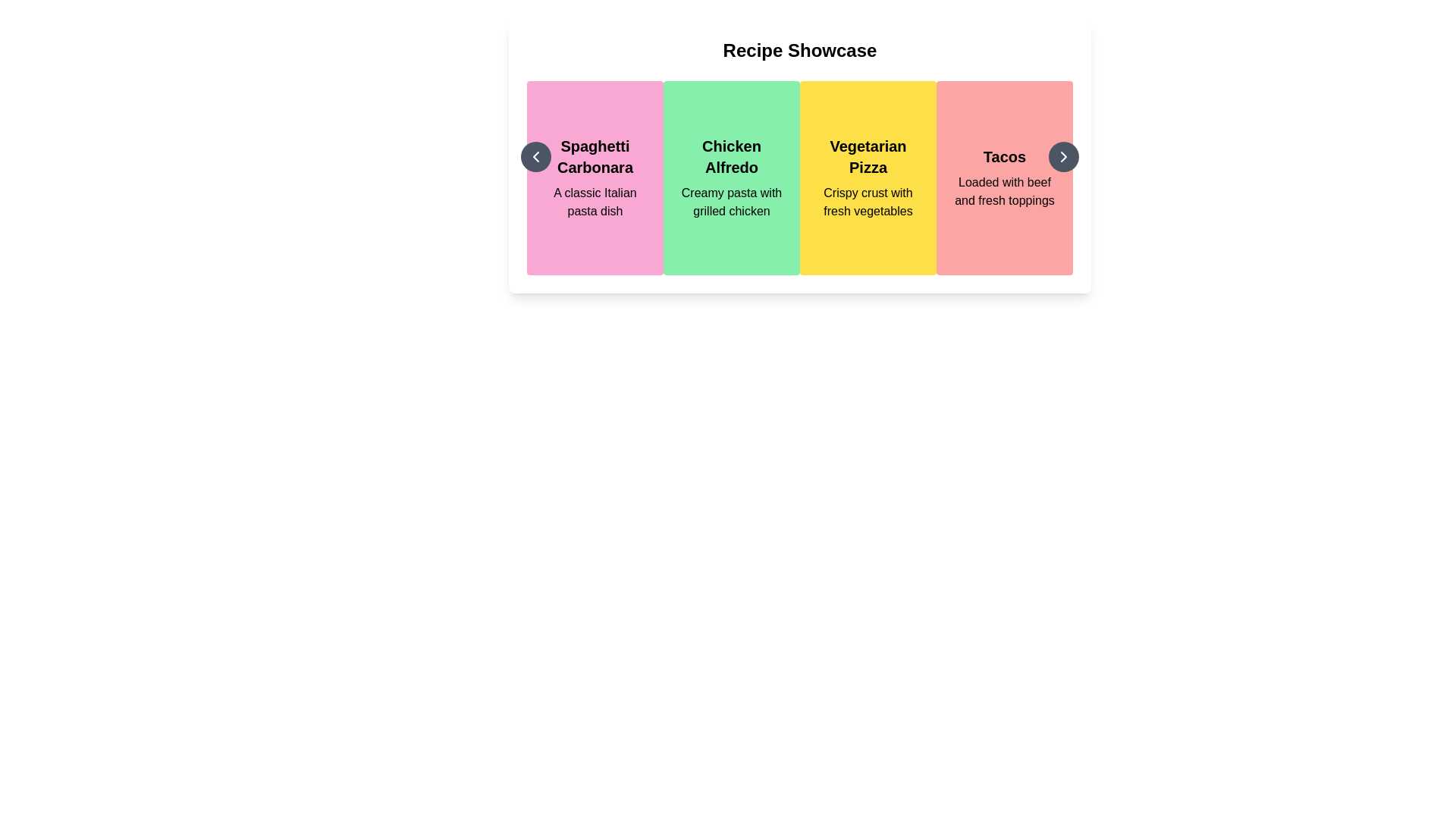  What do you see at coordinates (1062, 157) in the screenshot?
I see `the right-facing chevron icon within the circular dark-gray button` at bounding box center [1062, 157].